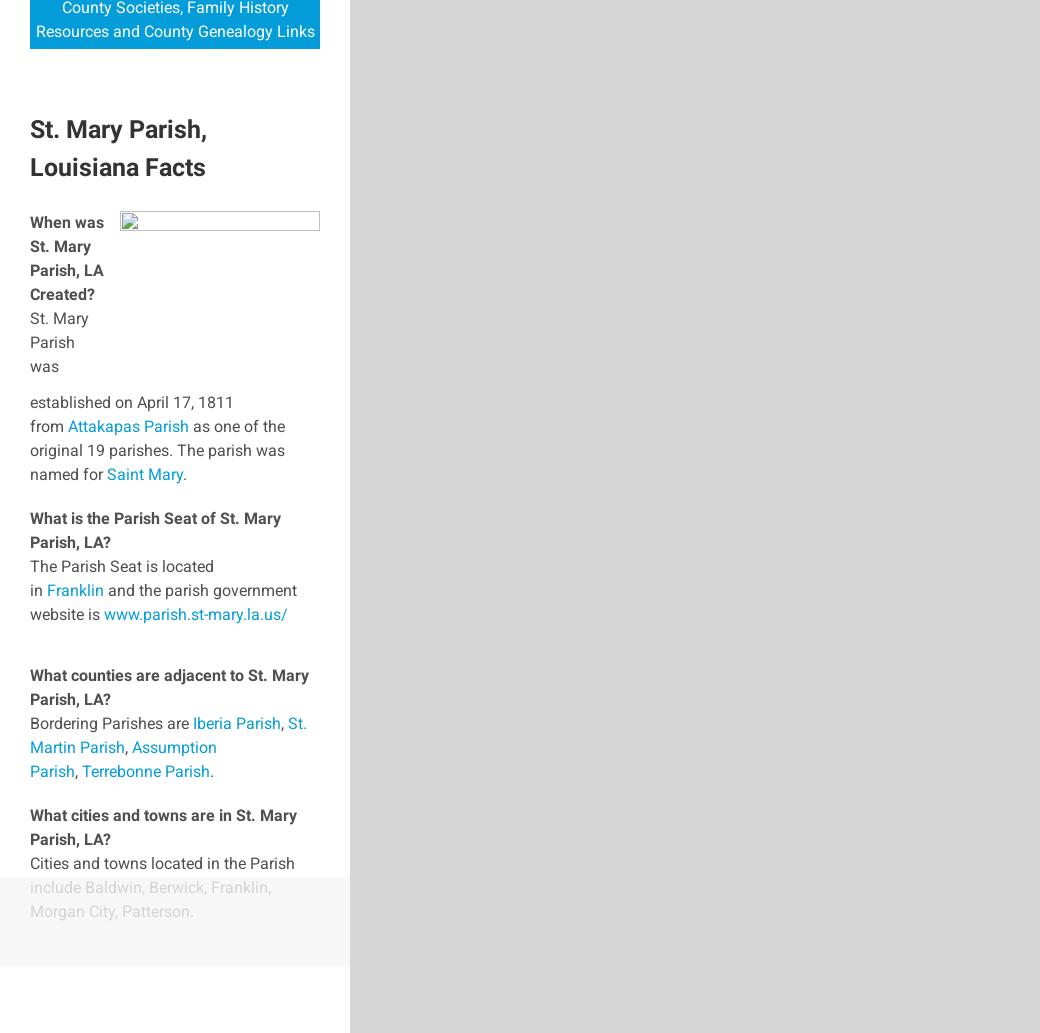 The width and height of the screenshot is (1040, 1033). I want to click on 'When was St. Mary Parish, LA Created?', so click(65, 256).